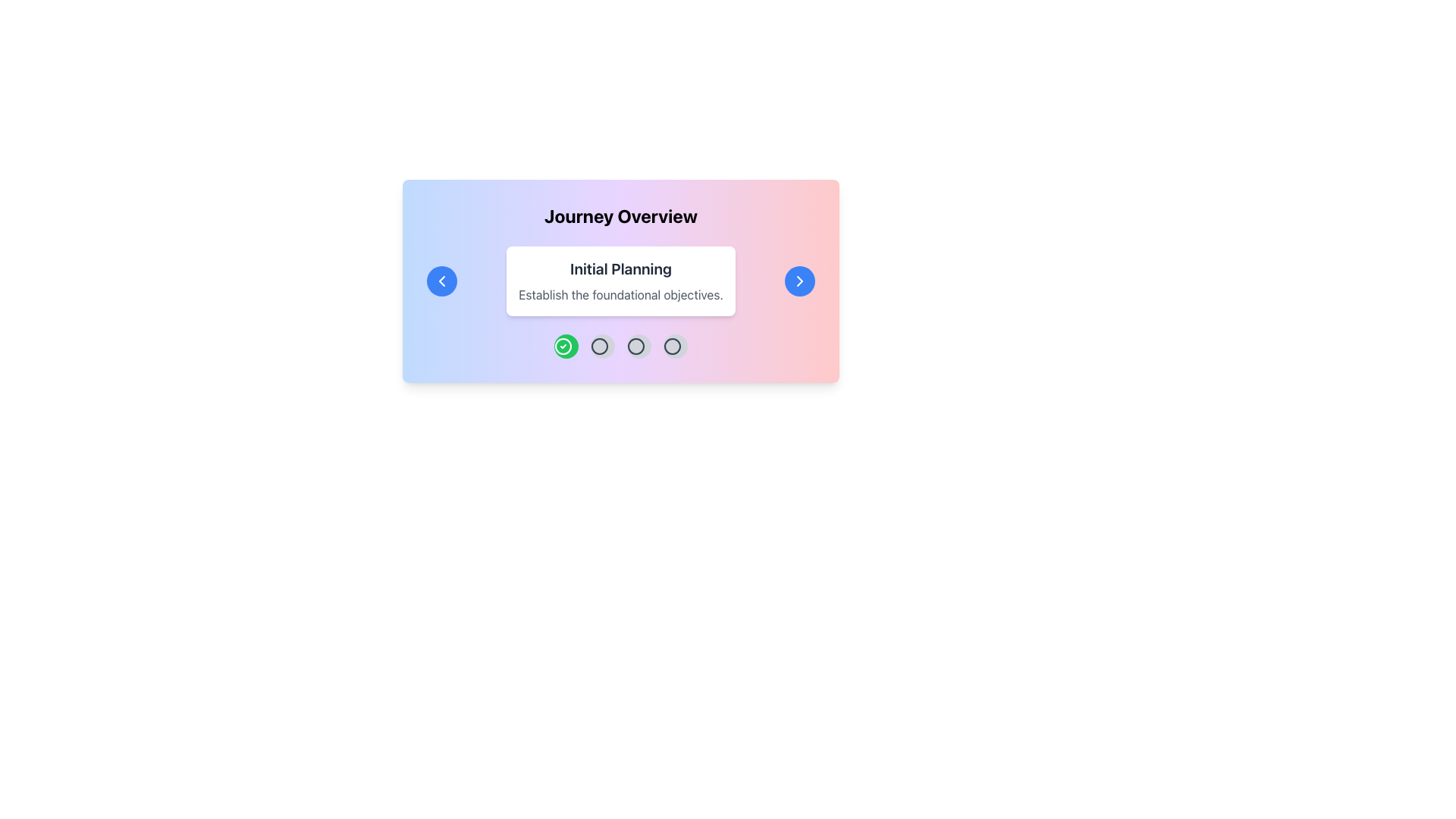 The width and height of the screenshot is (1456, 819). What do you see at coordinates (566, 346) in the screenshot?
I see `the interactive round button with a green background and white checkmark icon` at bounding box center [566, 346].